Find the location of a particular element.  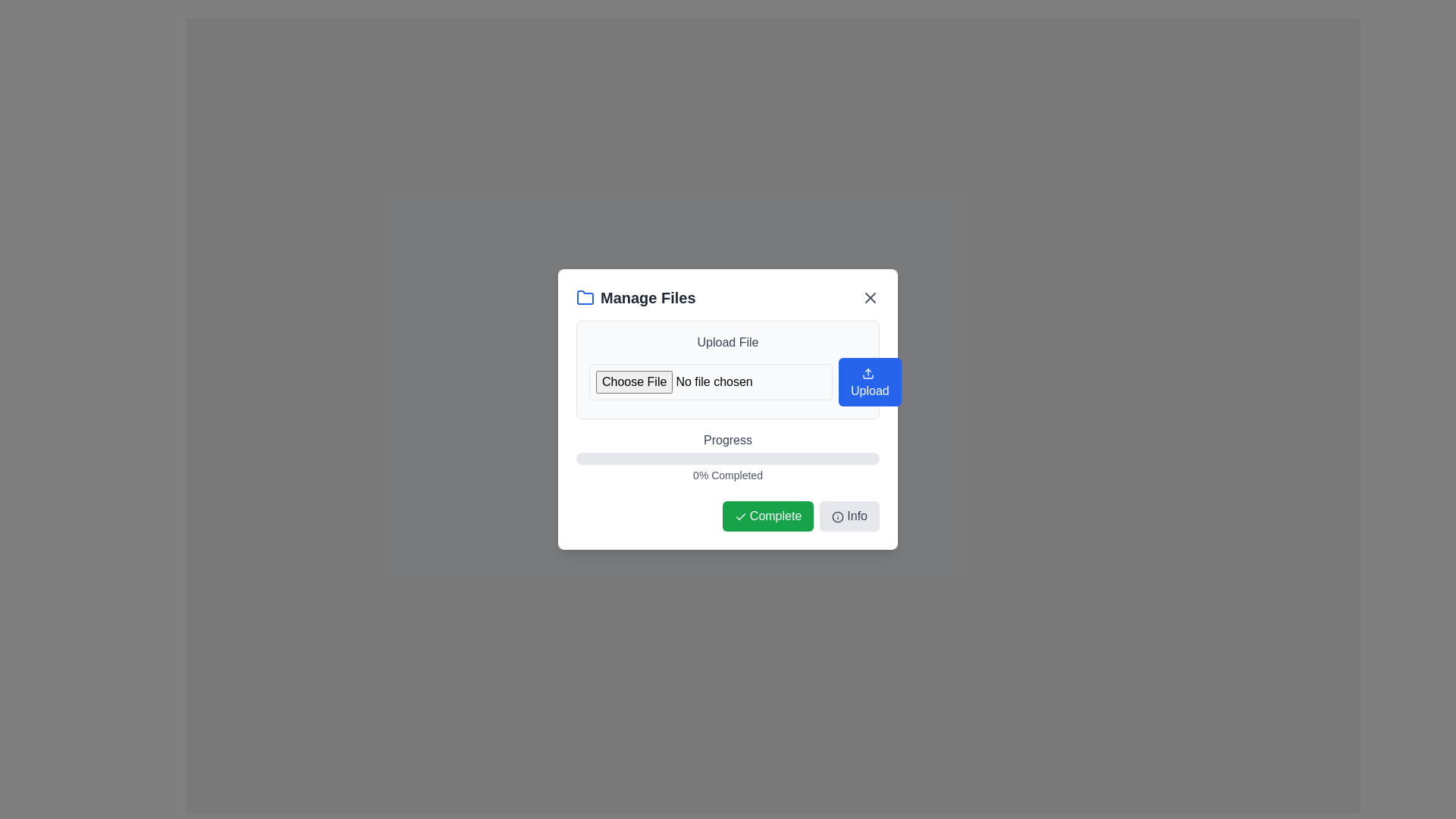

the empty progress bar located below the 'Progress' text and above the '0% Completed' text in the centered modal dialog is located at coordinates (728, 458).